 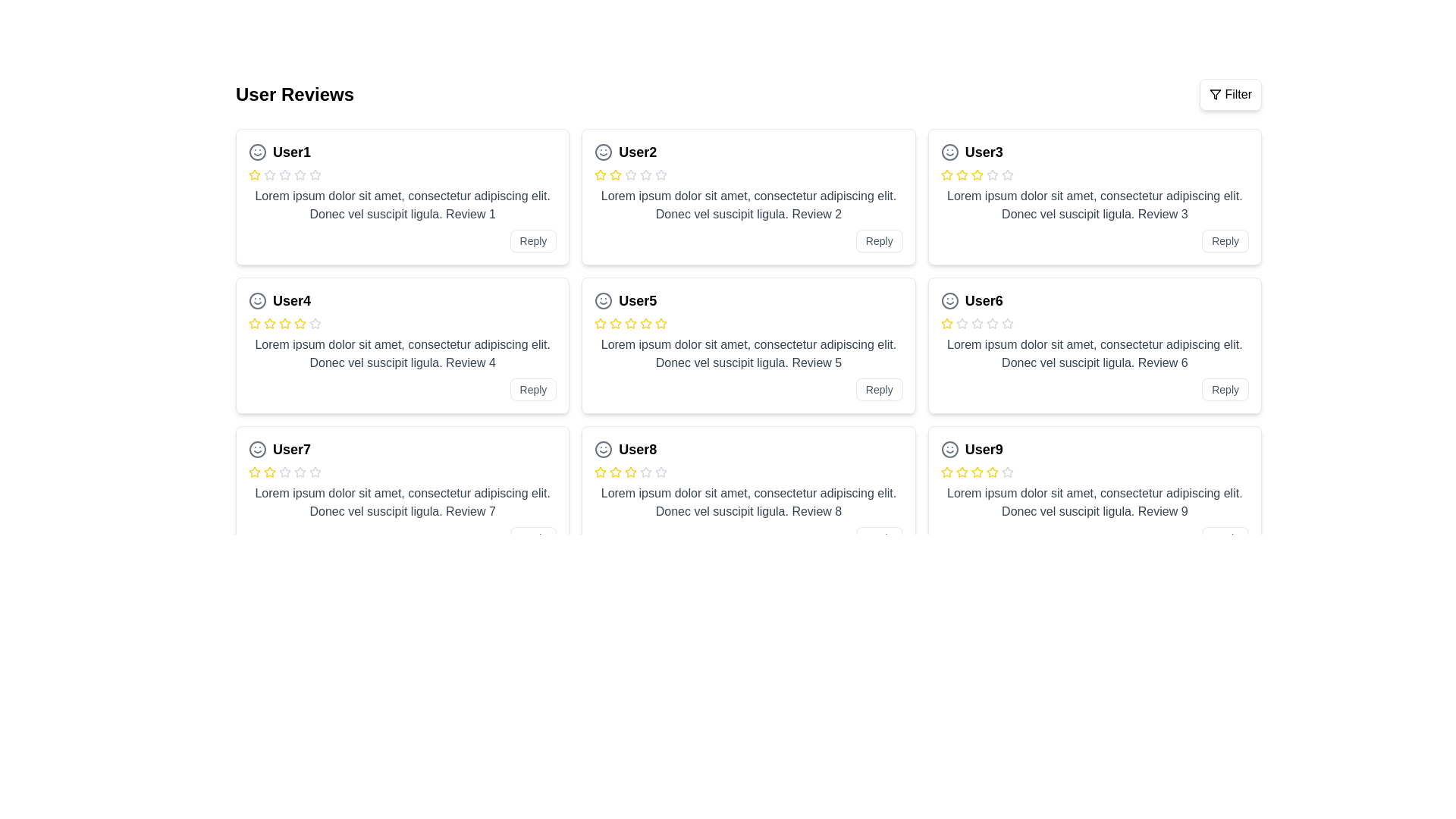 I want to click on the second star-shaped Rating Star icon with a yellow stroke in the User8 review card, so click(x=616, y=471).